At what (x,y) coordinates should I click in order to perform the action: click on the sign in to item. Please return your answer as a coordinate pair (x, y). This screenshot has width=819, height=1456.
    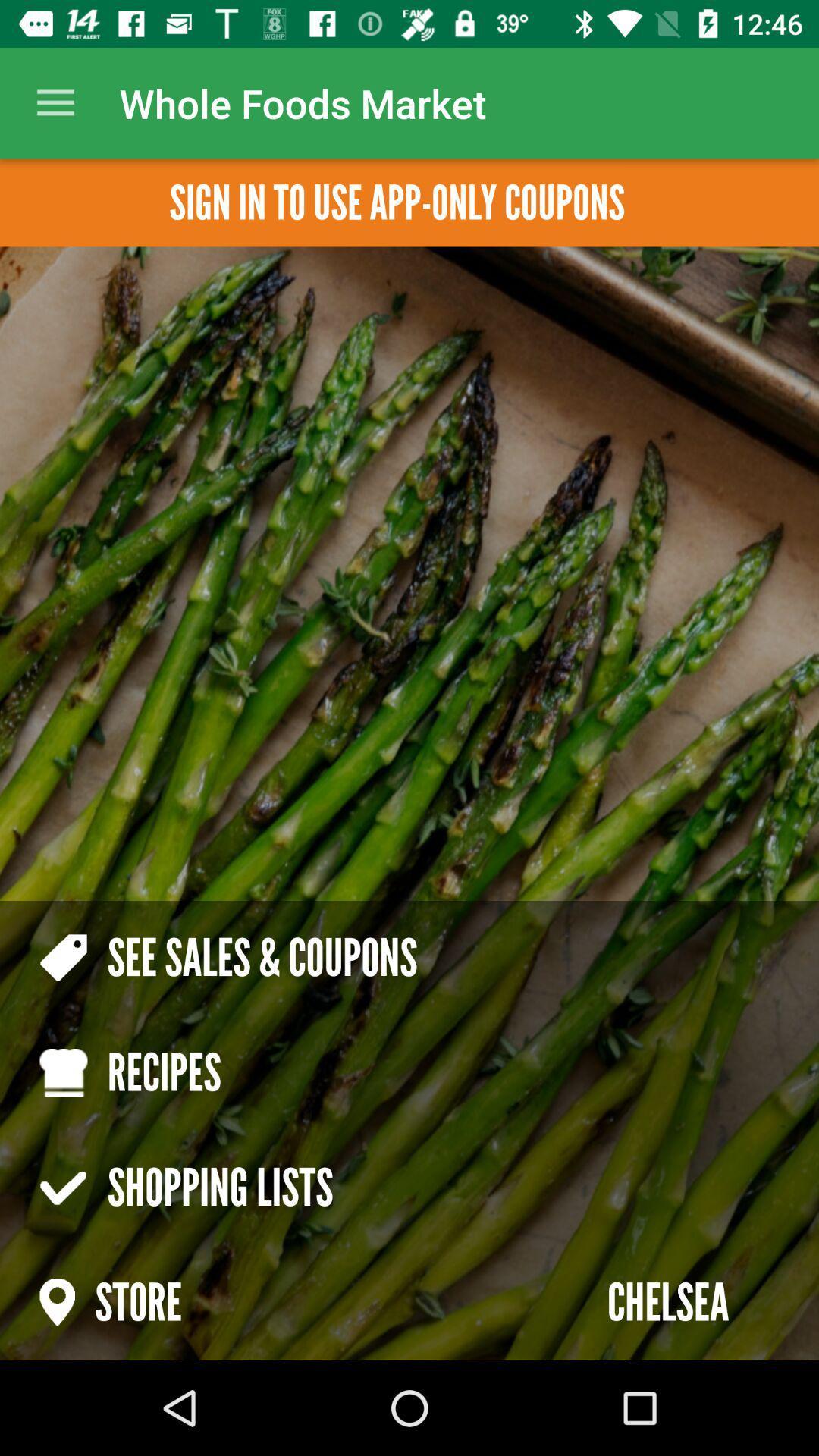
    Looking at the image, I should click on (396, 202).